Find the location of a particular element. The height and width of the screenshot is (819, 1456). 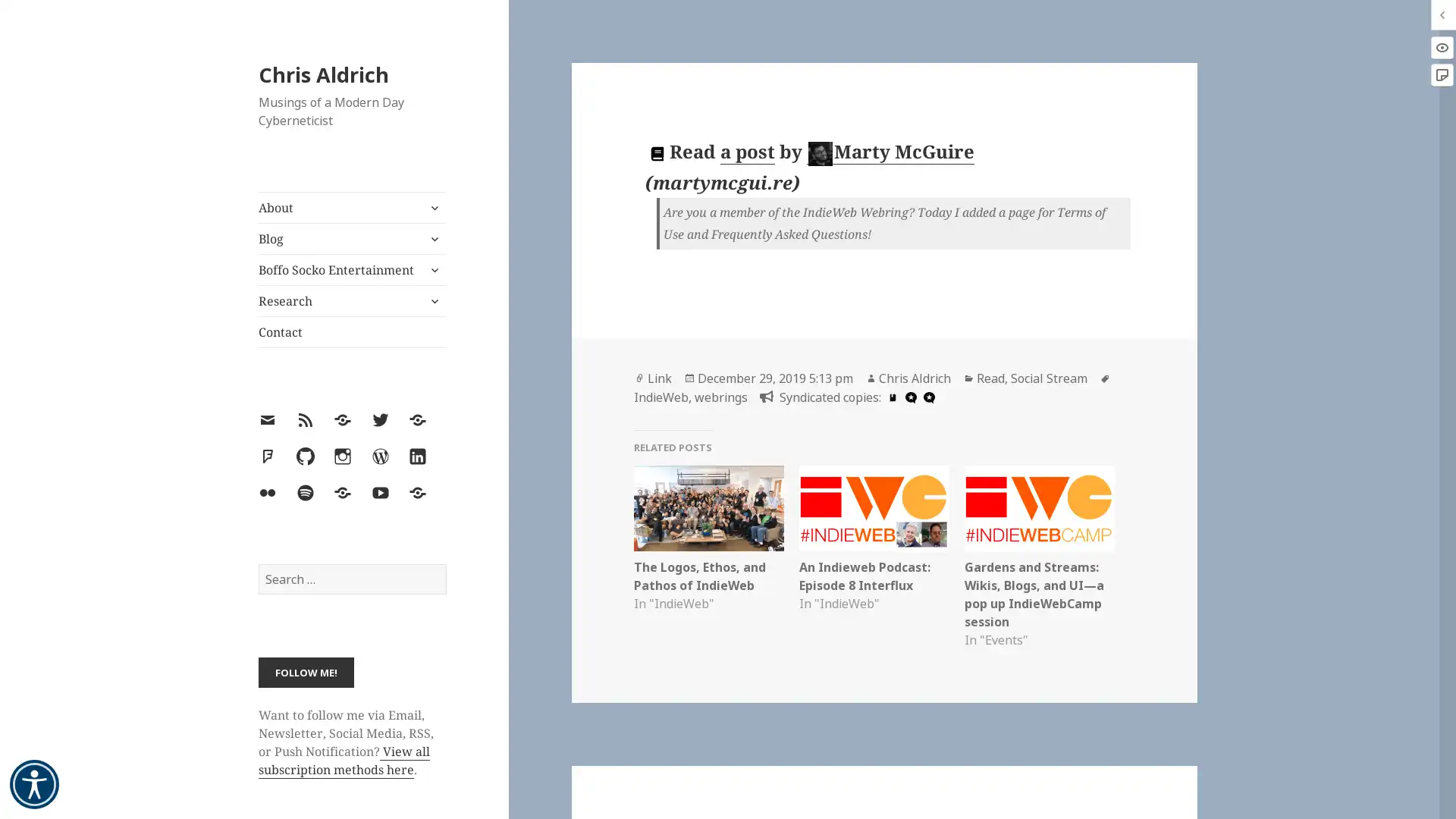

New page note is located at coordinates (1441, 75).